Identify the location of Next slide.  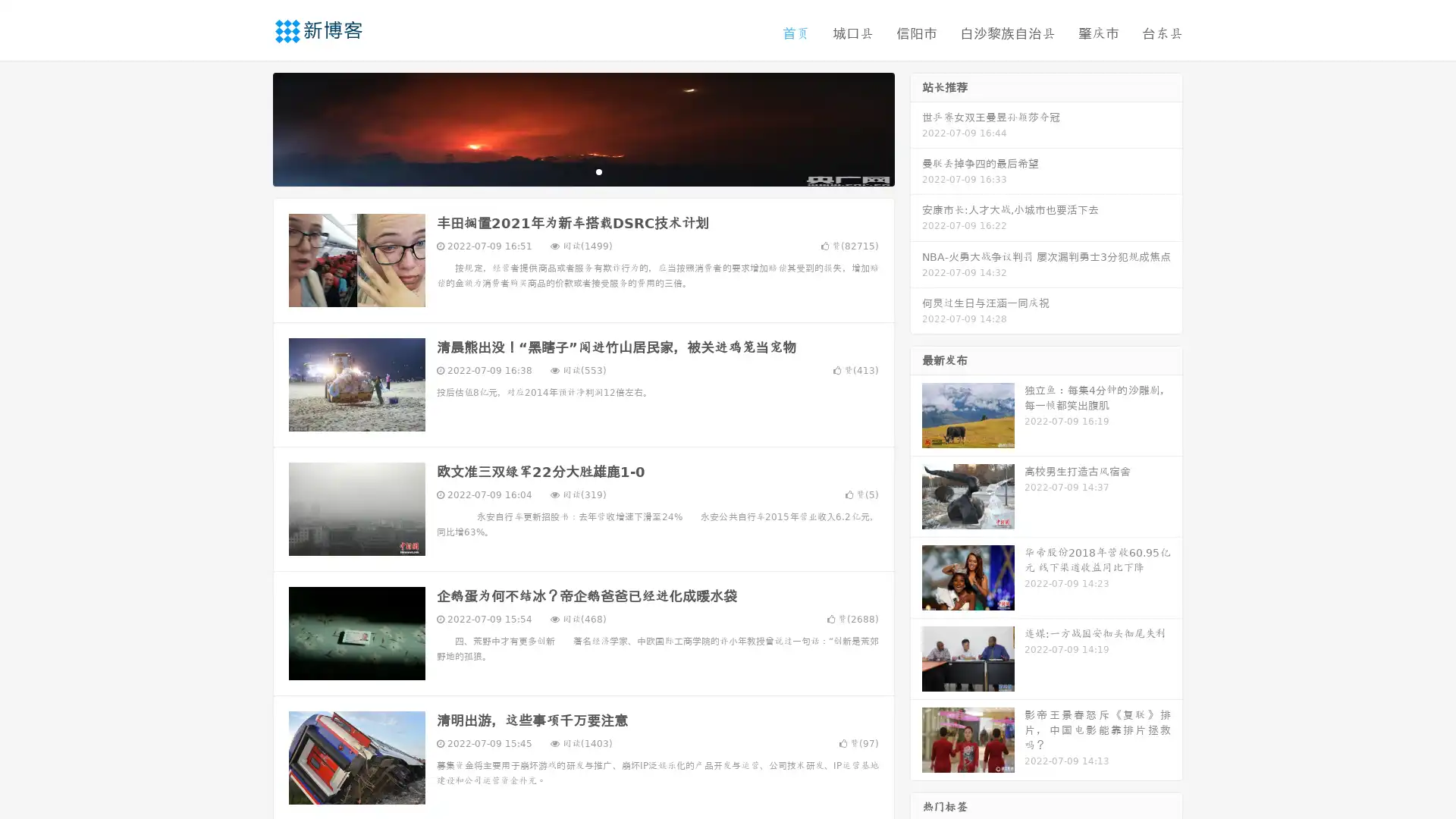
(916, 127).